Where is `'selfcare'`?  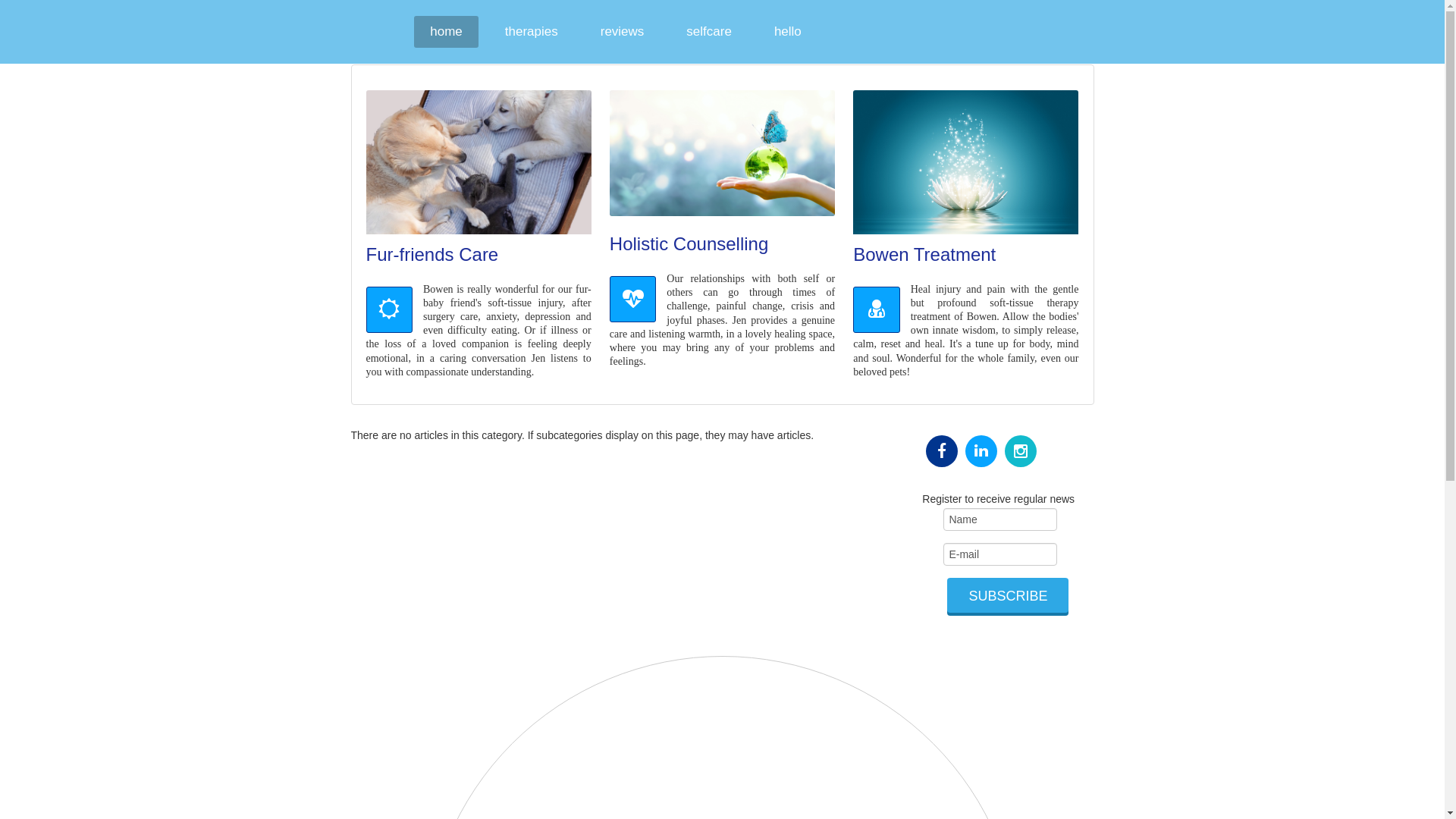 'selfcare' is located at coordinates (708, 32).